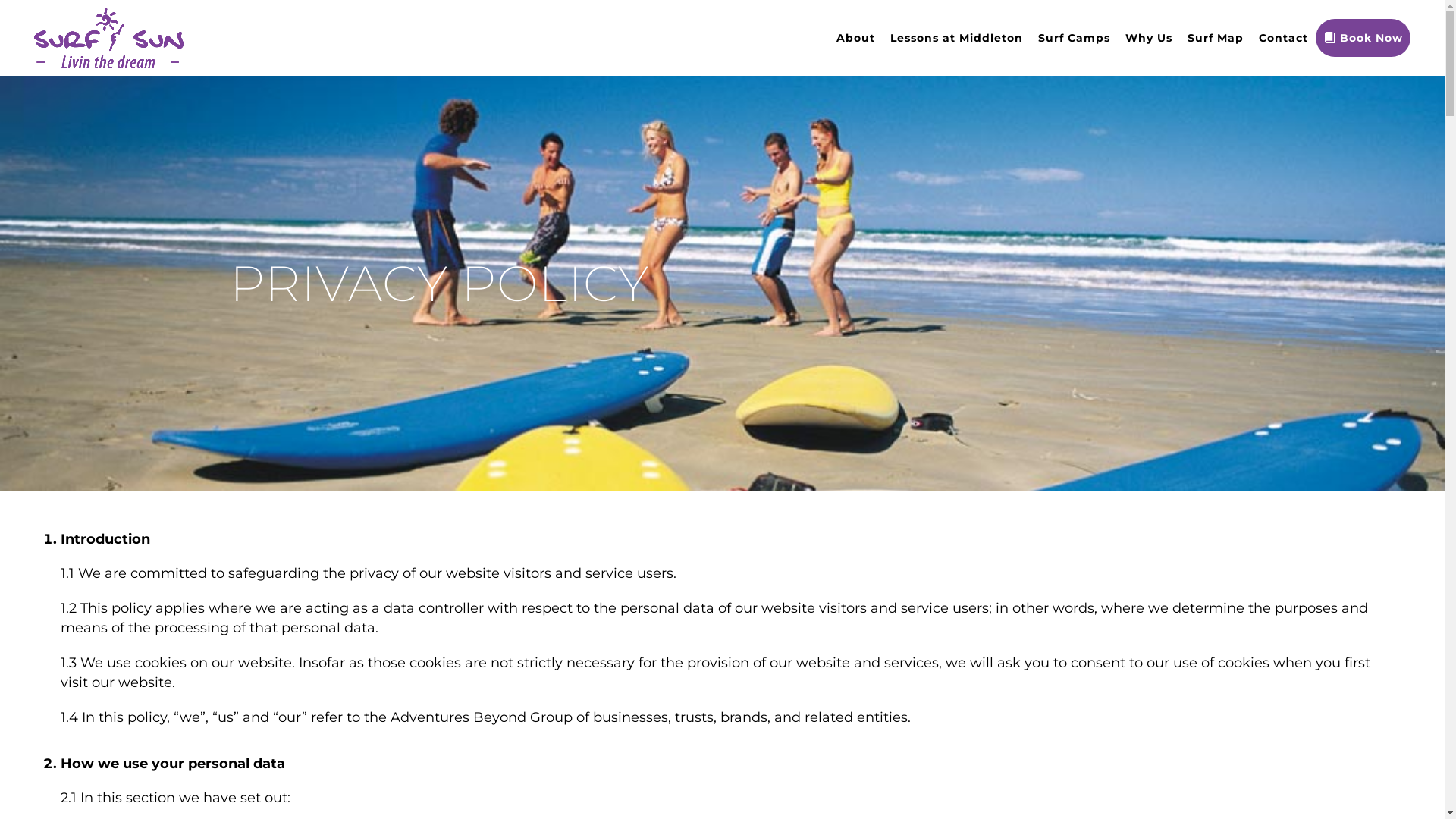 The width and height of the screenshot is (1456, 819). What do you see at coordinates (1149, 37) in the screenshot?
I see `'Why Us'` at bounding box center [1149, 37].